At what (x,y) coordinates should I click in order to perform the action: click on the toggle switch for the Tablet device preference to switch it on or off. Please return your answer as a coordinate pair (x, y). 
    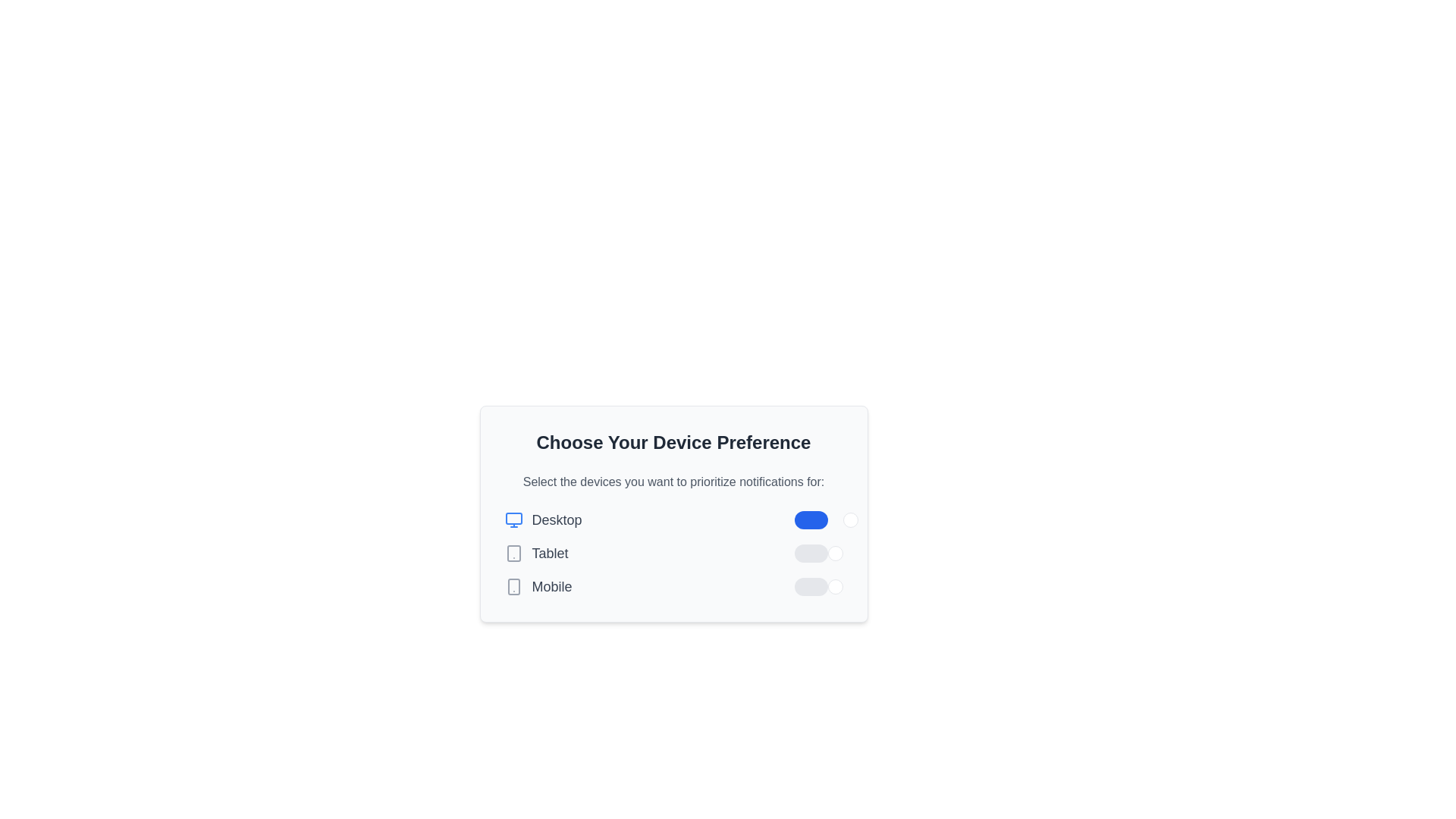
    Looking at the image, I should click on (673, 553).